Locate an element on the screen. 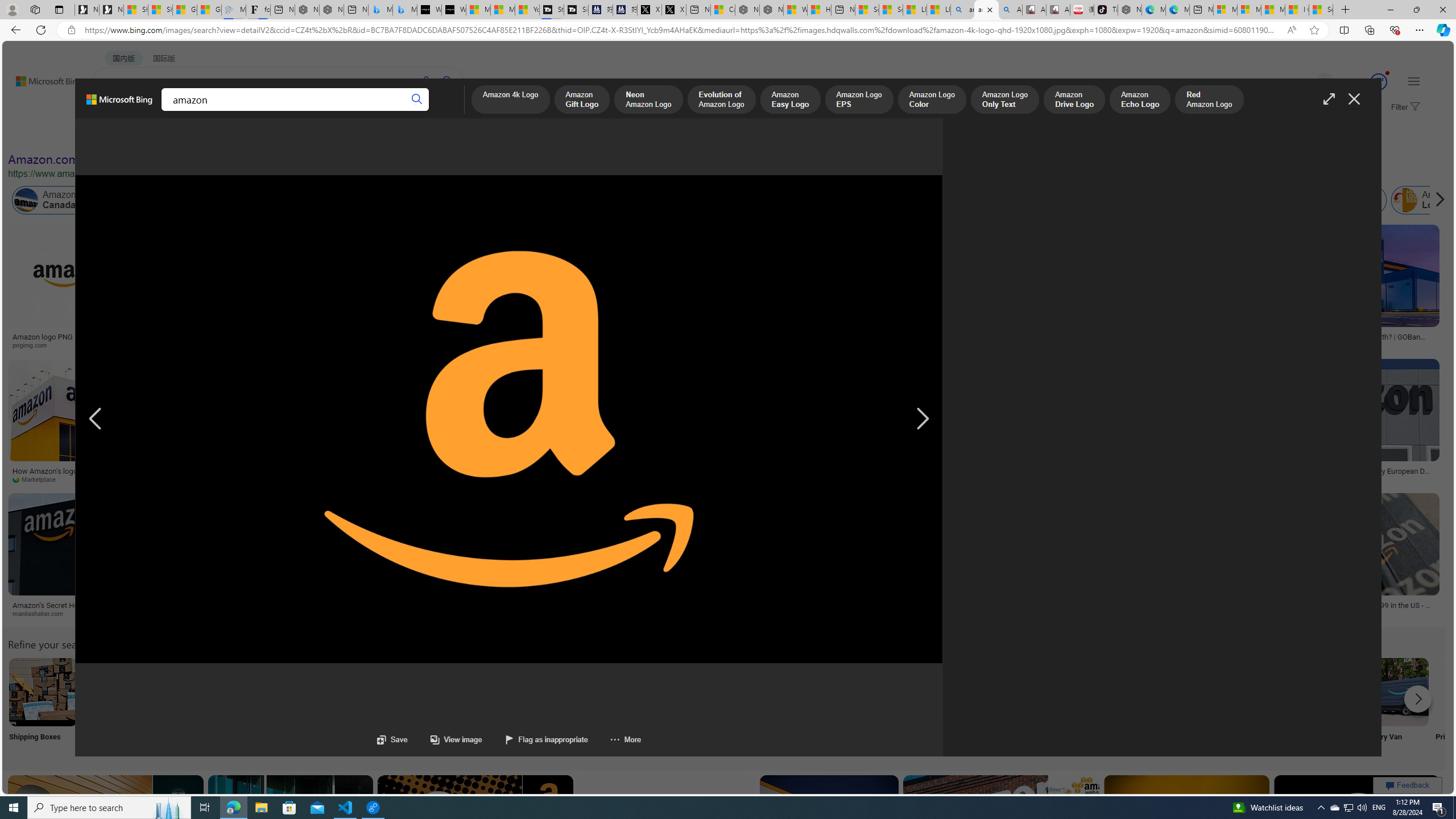  'Amazon Login' is located at coordinates (1405, 200).